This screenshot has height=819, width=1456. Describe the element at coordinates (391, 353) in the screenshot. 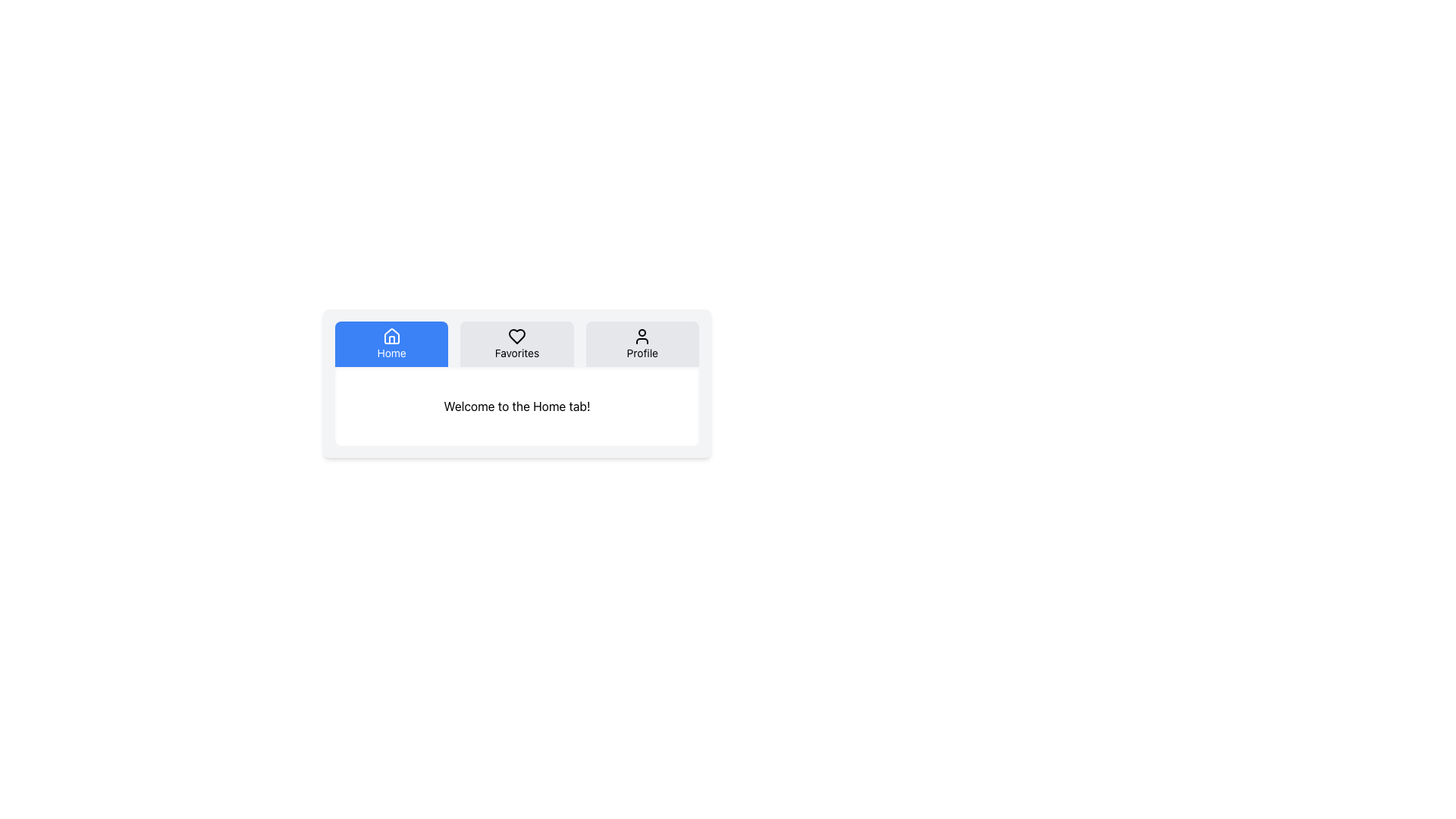

I see `the 'Home' text label which indicates the current tab selected in the horizontal tab group` at that location.